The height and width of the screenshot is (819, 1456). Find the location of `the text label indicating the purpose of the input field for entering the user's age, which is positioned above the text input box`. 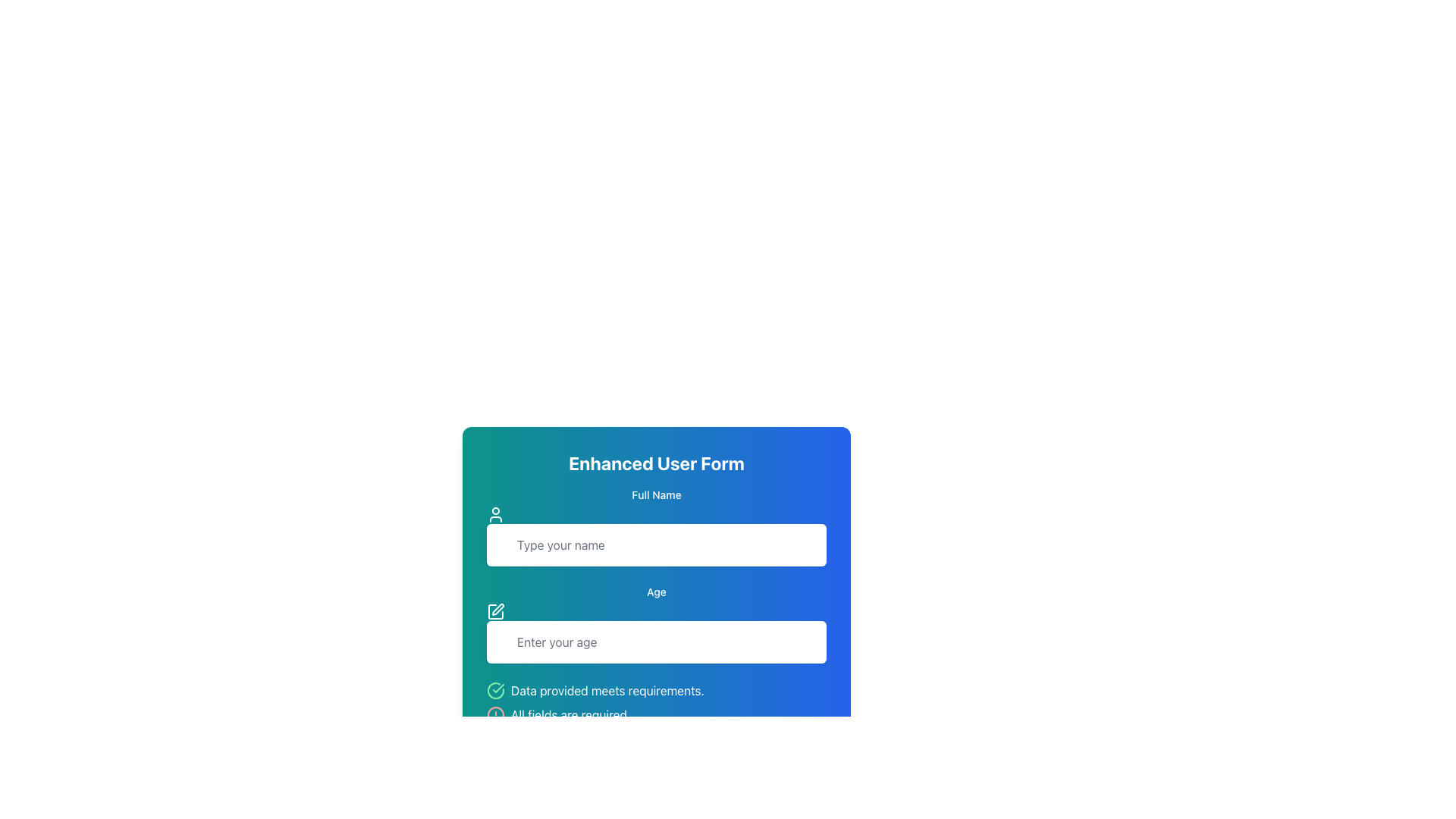

the text label indicating the purpose of the input field for entering the user's age, which is positioned above the text input box is located at coordinates (656, 591).